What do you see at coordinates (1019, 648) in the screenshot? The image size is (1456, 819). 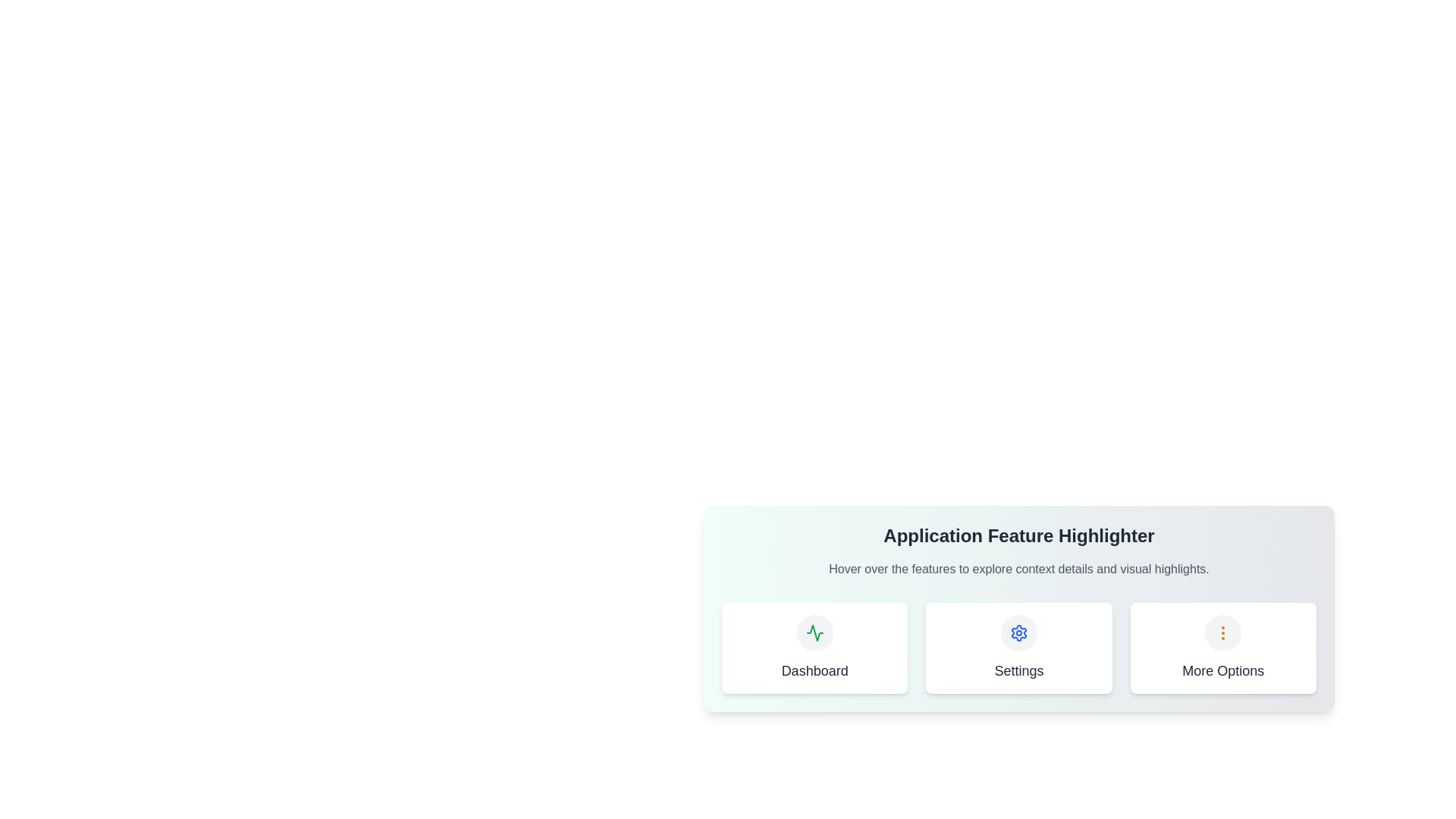 I see `the second button in the row of three buttons under the 'Application Feature Highlighter' title` at bounding box center [1019, 648].